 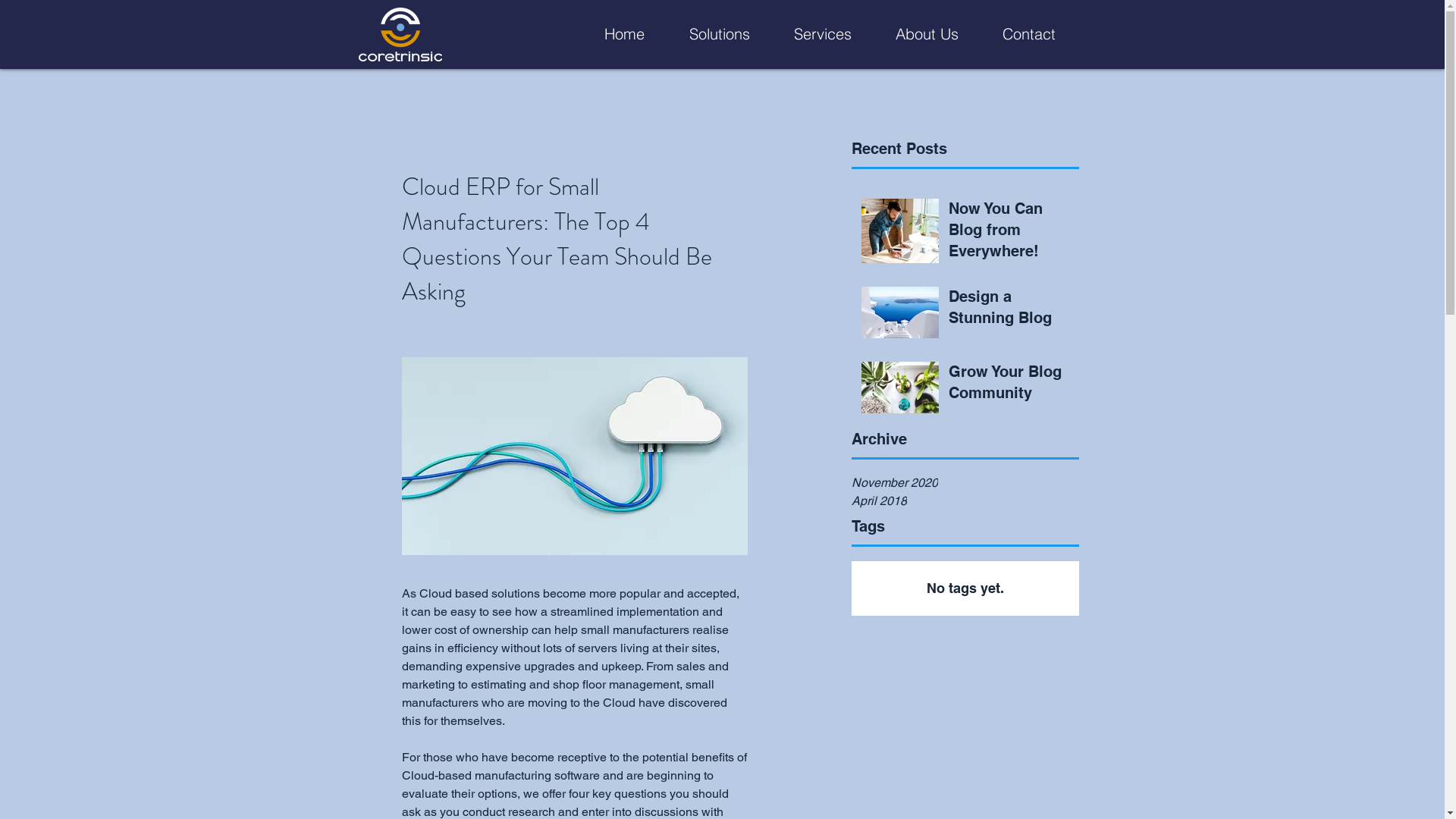 I want to click on 'About Us', so click(x=915, y=34).